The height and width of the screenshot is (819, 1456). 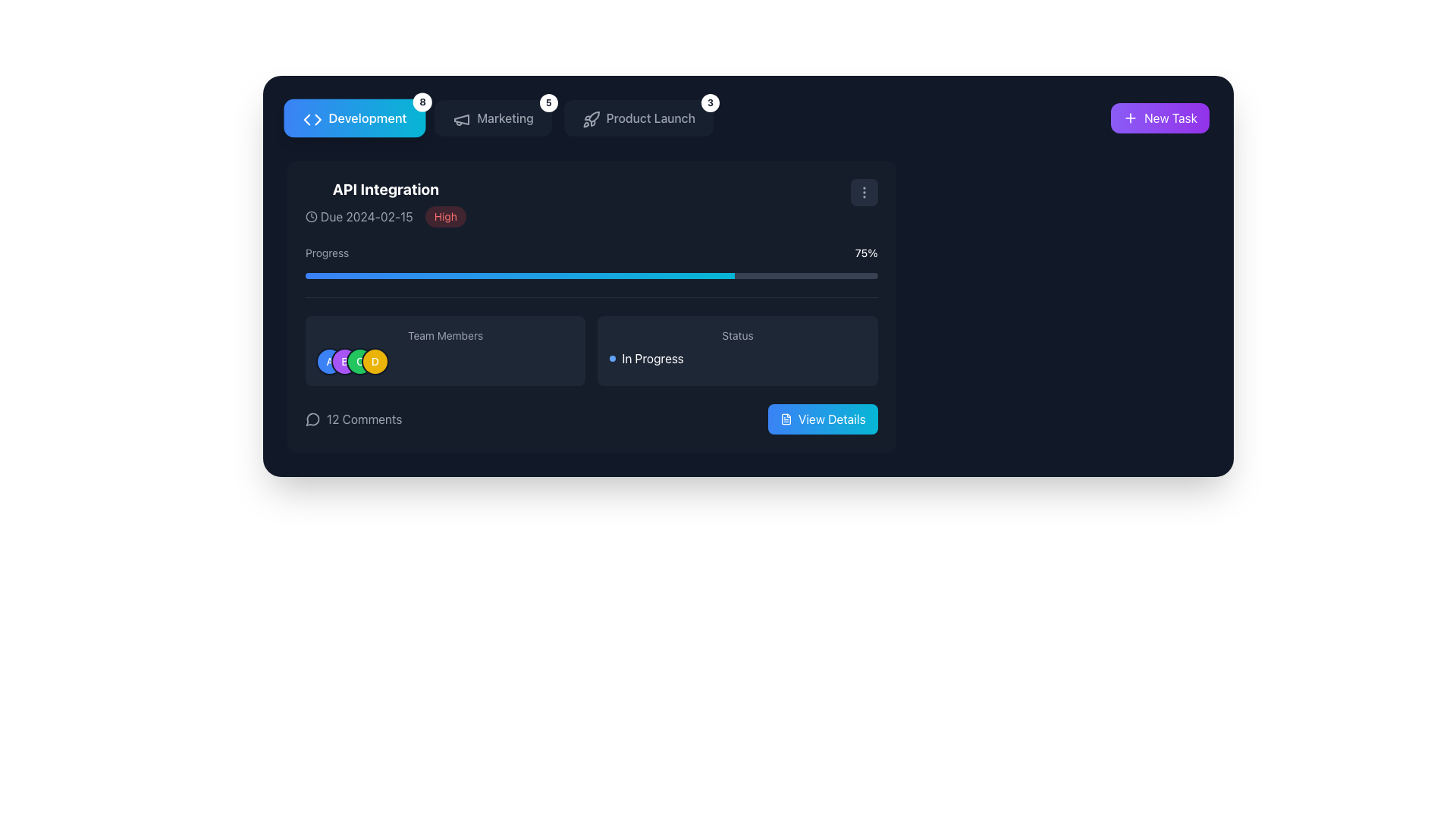 What do you see at coordinates (1159, 117) in the screenshot?
I see `the 'New Task' button with a gradient background and white text to visualize its hover effects` at bounding box center [1159, 117].